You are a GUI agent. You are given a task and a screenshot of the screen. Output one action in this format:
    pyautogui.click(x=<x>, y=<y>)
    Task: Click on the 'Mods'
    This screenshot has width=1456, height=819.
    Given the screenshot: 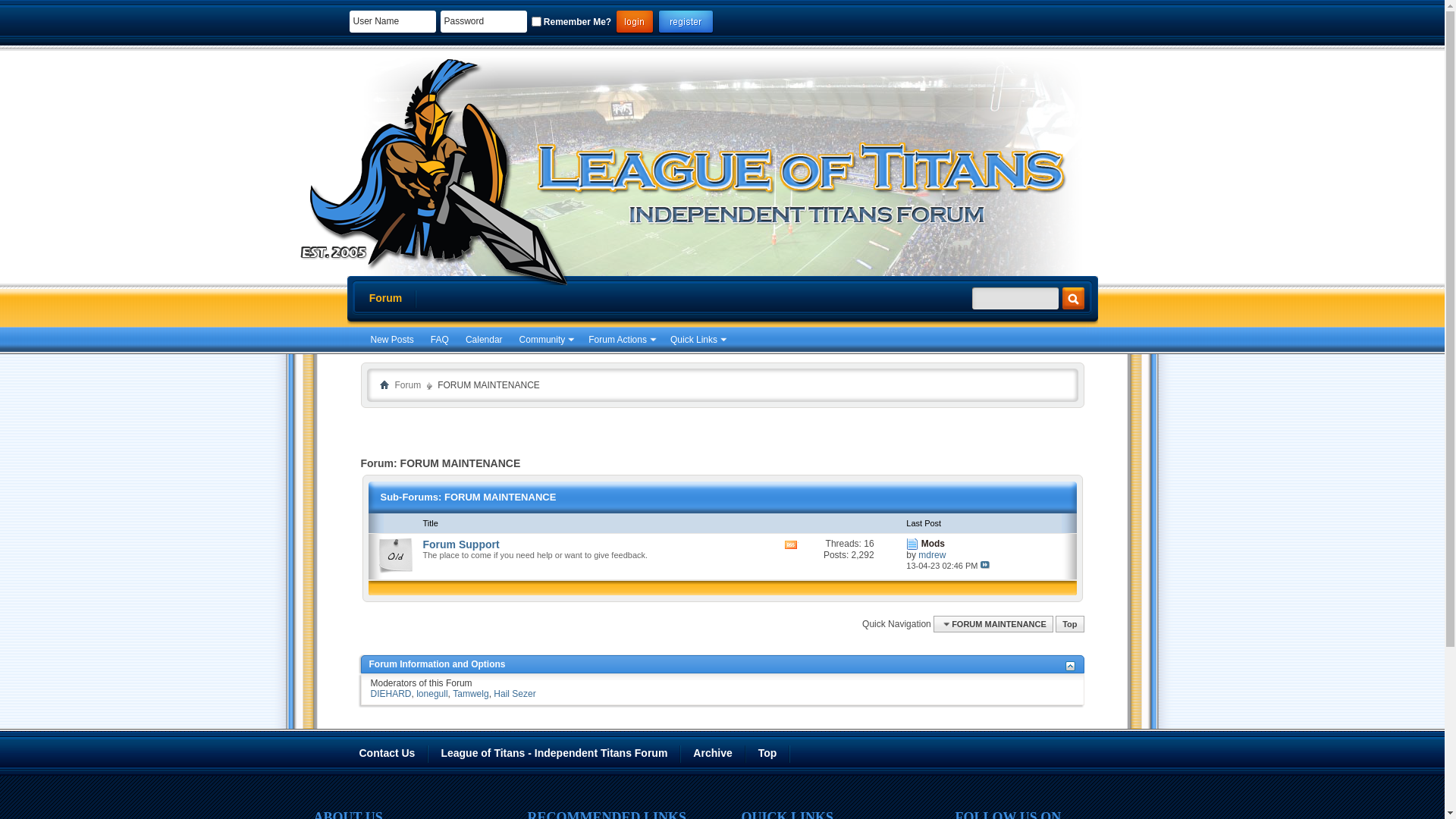 What is the action you would take?
    pyautogui.click(x=932, y=543)
    